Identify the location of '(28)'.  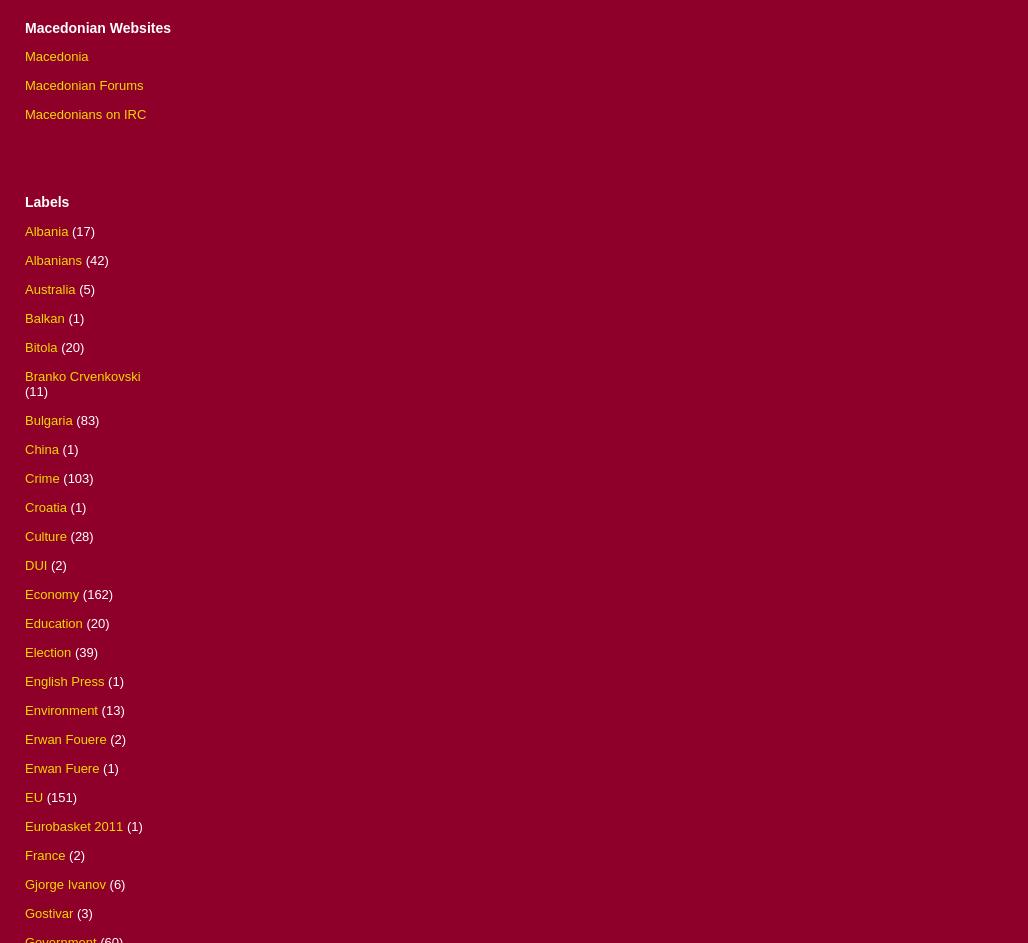
(80, 535).